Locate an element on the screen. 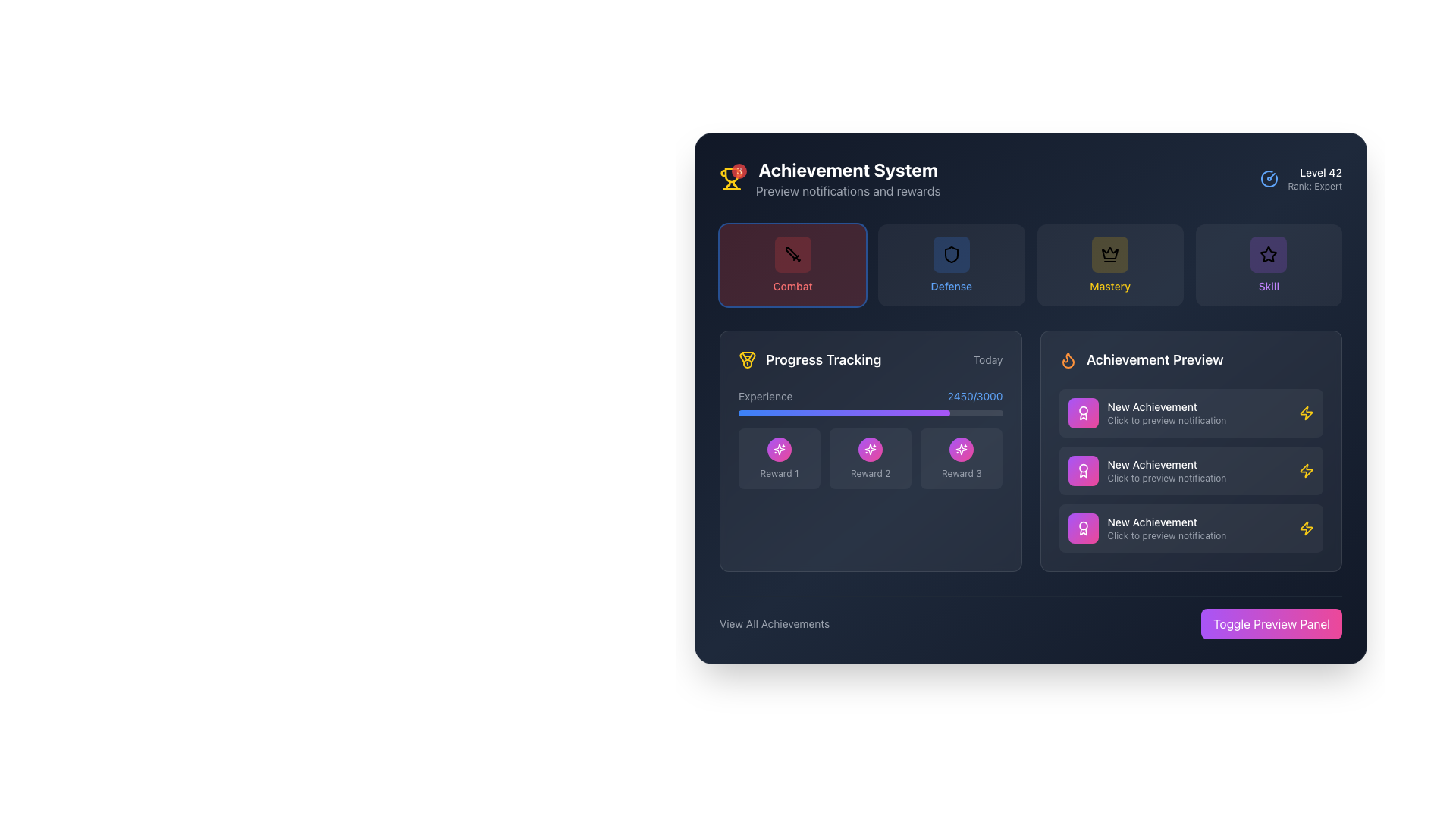 This screenshot has width=1456, height=819. the label indicating the title or description for the second reward in the Progress Tracking section, which is centrally positioned between 'Reward 1' and 'Reward 3' is located at coordinates (871, 472).